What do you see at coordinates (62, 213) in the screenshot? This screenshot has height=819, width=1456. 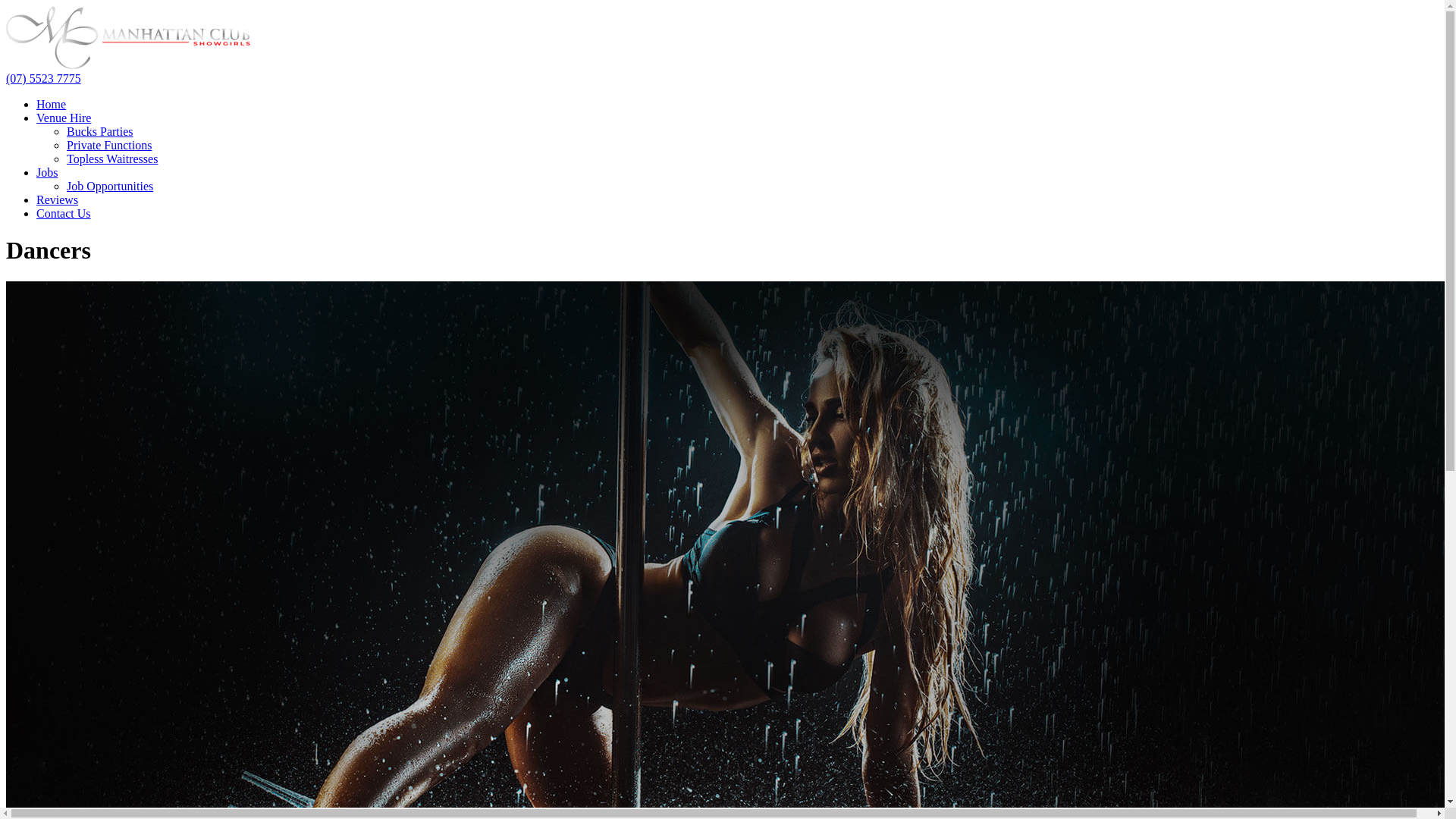 I see `'Contact Us'` at bounding box center [62, 213].